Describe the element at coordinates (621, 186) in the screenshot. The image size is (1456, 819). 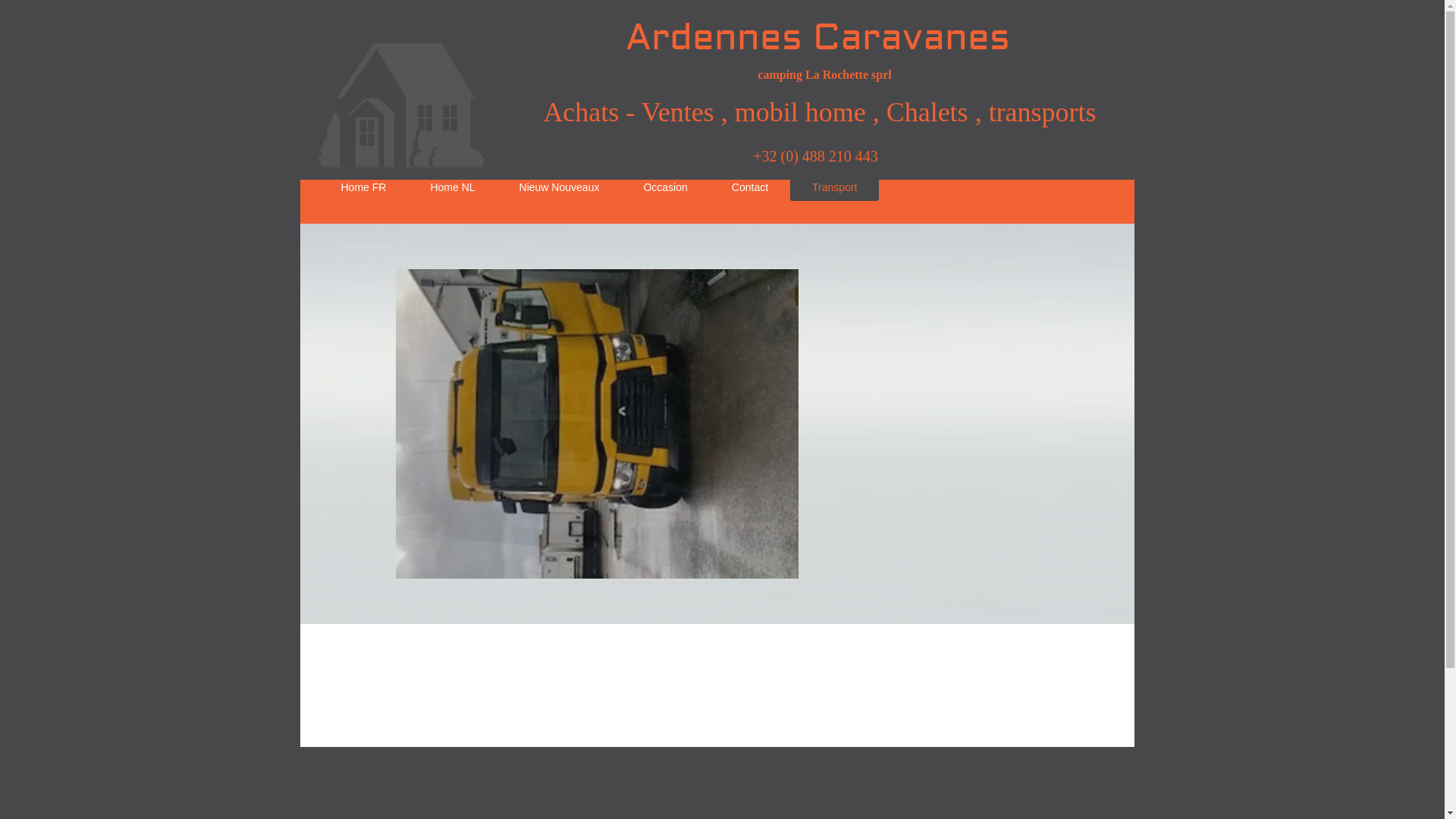
I see `'Occasion'` at that location.